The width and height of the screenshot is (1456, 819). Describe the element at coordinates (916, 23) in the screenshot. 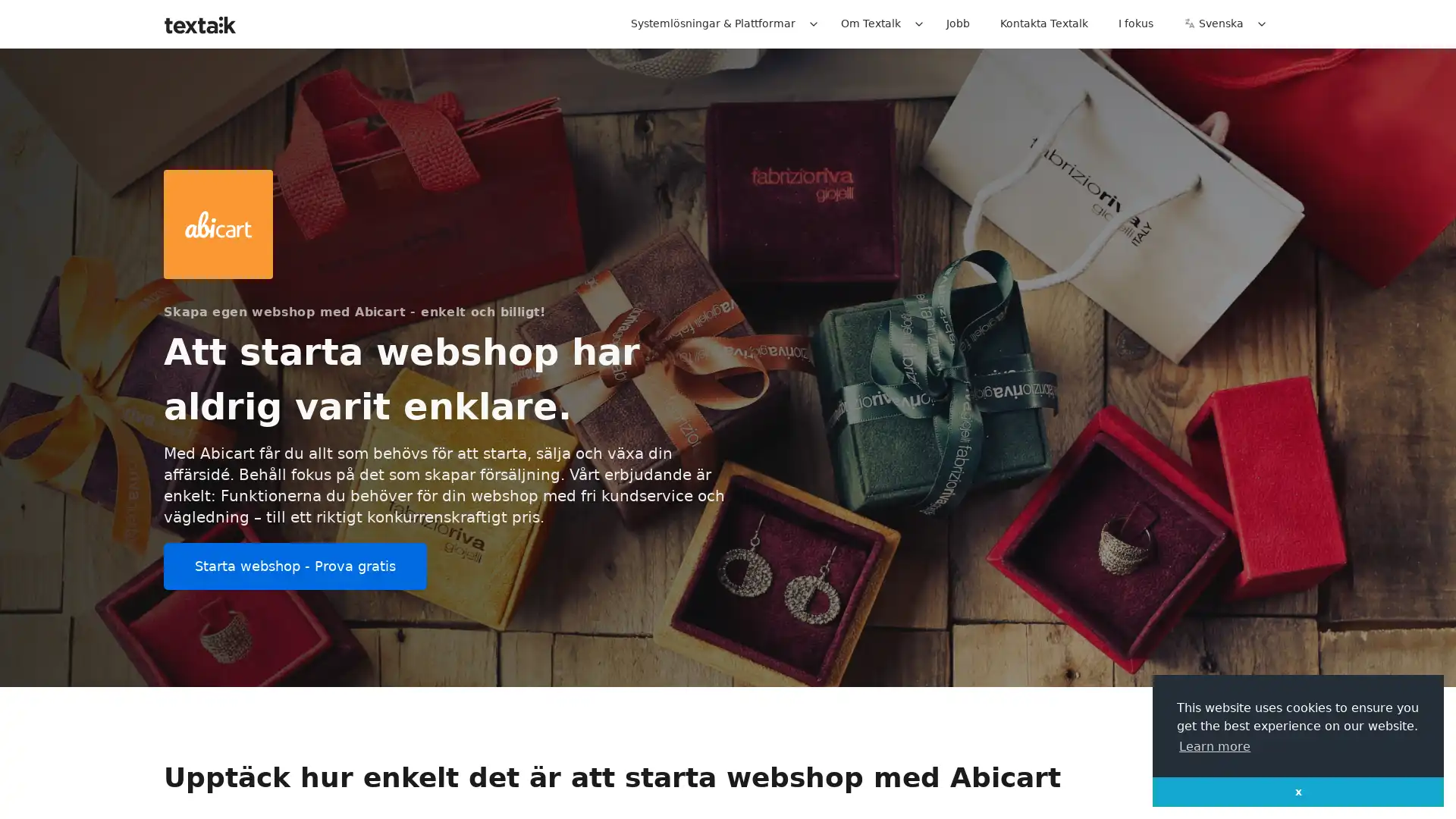

I see `Expand / collapse menu` at that location.